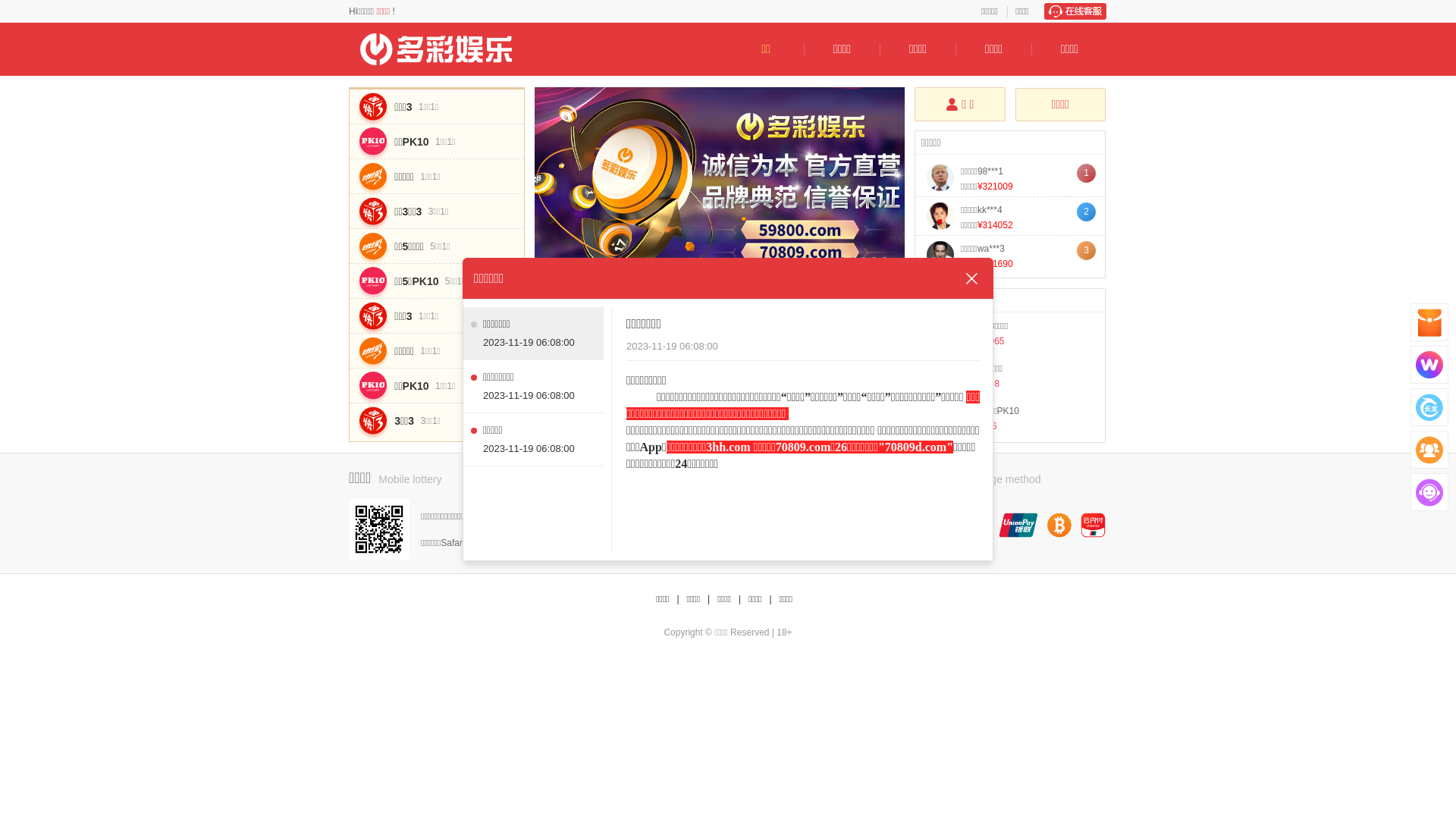  I want to click on '|', so click(770, 598).